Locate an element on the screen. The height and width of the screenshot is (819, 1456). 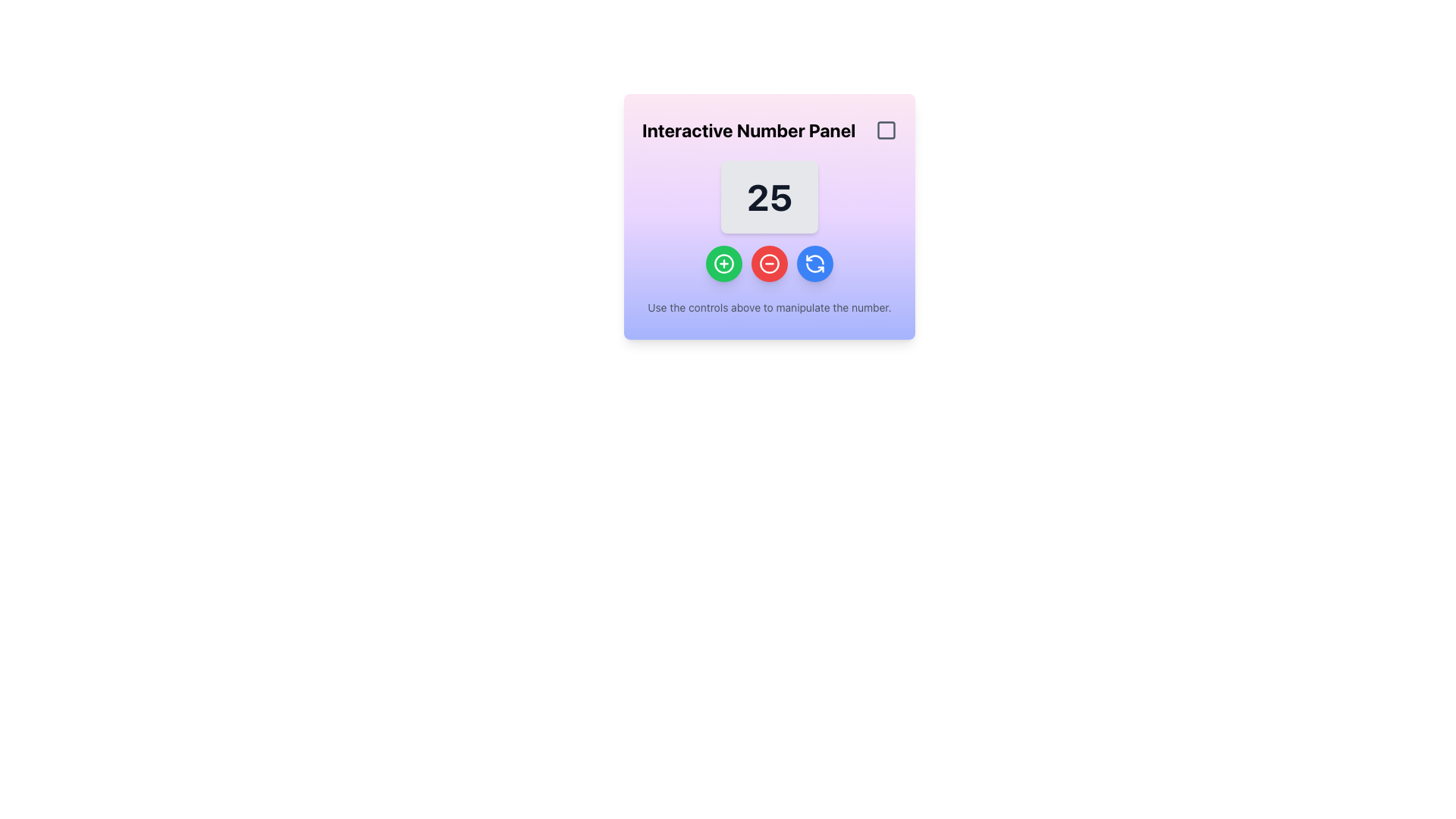
the red circular button with a white minus sign, which is the central button in a row of three action buttons located near the bottom of the user interface card, to activate any hover effects is located at coordinates (769, 262).